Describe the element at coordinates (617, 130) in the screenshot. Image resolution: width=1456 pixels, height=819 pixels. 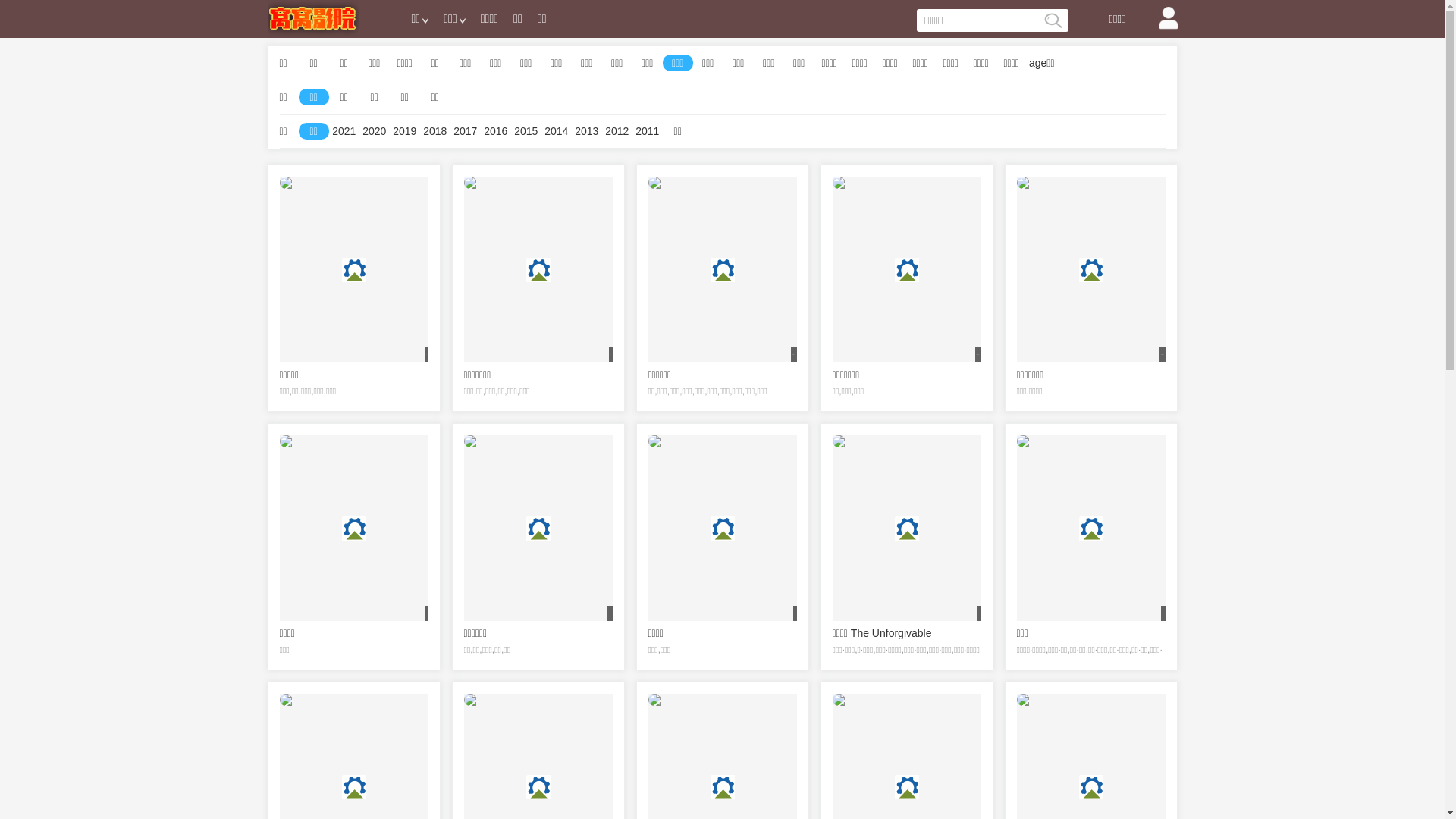
I see `'2012'` at that location.